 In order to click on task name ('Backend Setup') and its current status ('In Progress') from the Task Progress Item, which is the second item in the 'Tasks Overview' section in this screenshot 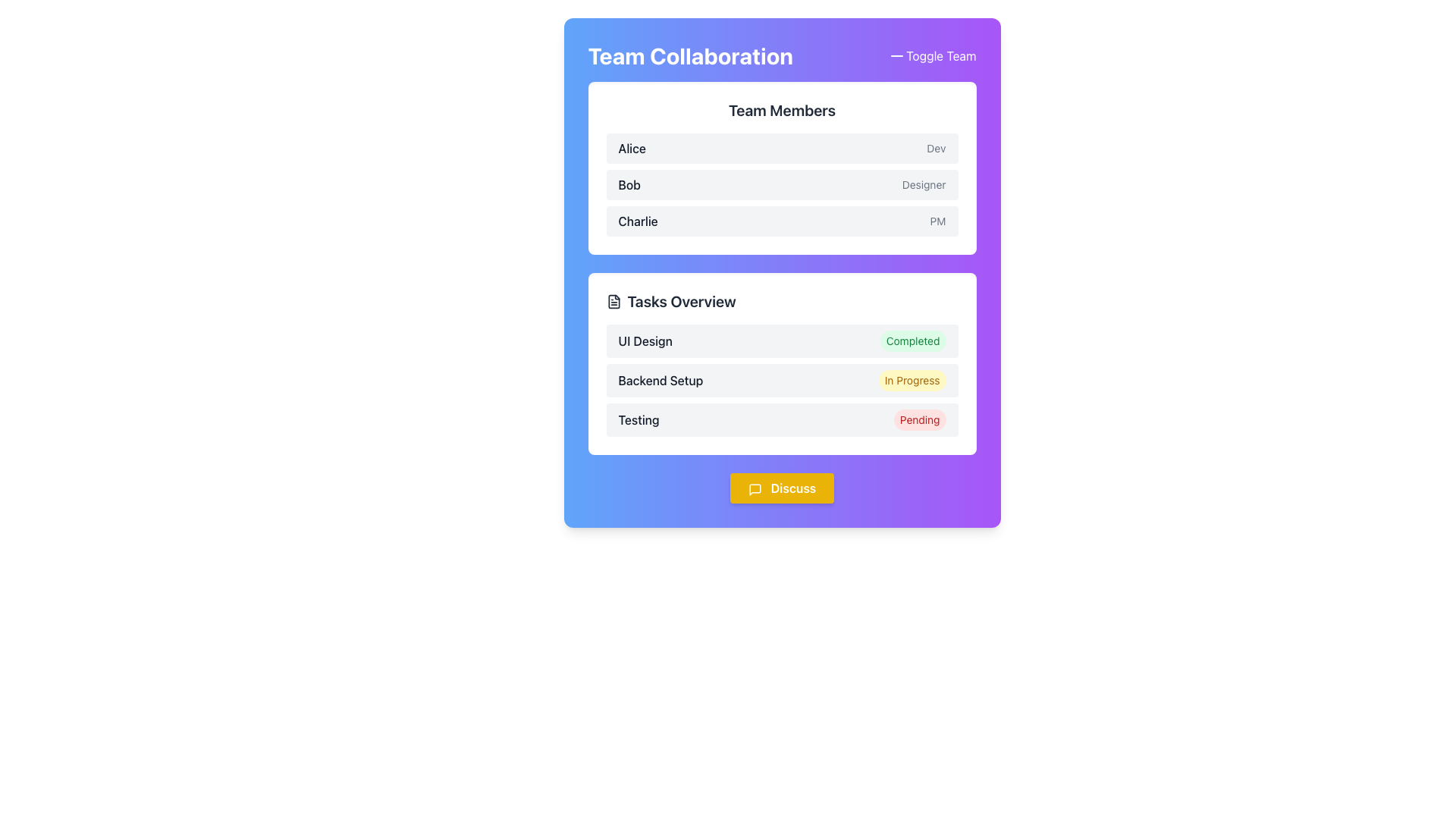, I will do `click(782, 379)`.